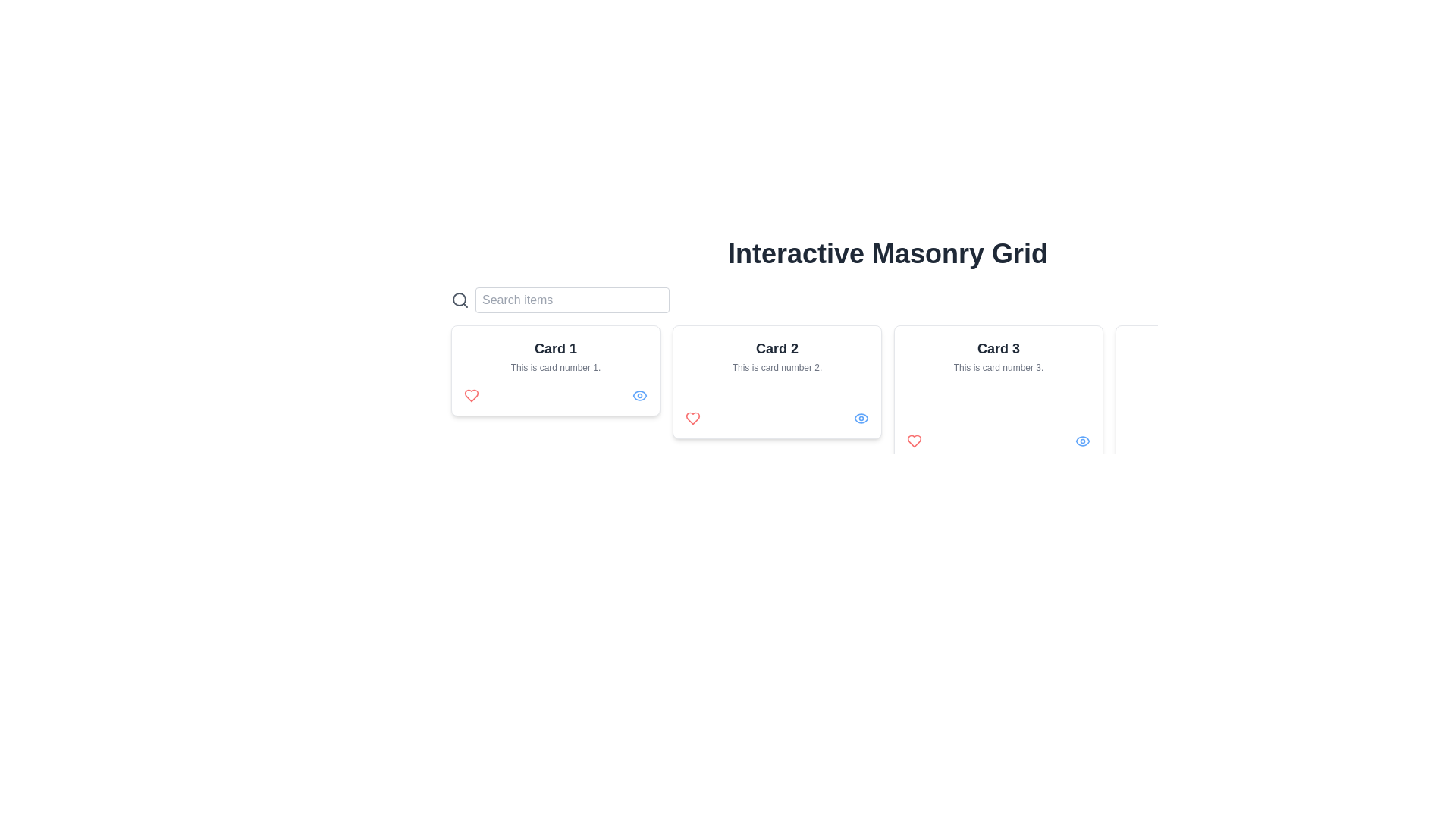 Image resolution: width=1456 pixels, height=819 pixels. What do you see at coordinates (888, 253) in the screenshot?
I see `the text label that displays 'Interactive Masonry Grid', which is a bold, large-sized header styled in dark gray at the top-center of the interface` at bounding box center [888, 253].